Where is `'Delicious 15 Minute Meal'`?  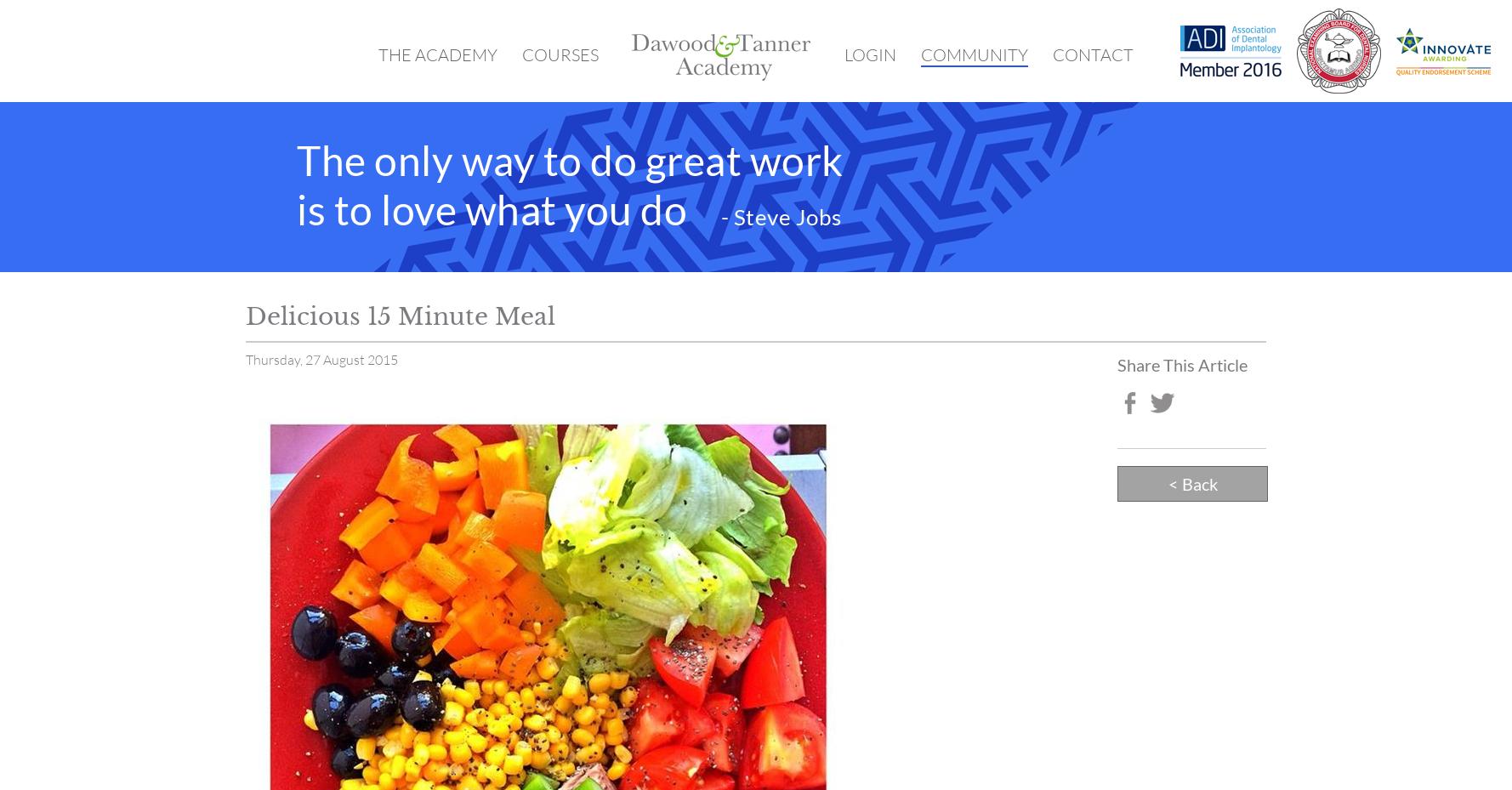 'Delicious 15 Minute Meal' is located at coordinates (399, 315).